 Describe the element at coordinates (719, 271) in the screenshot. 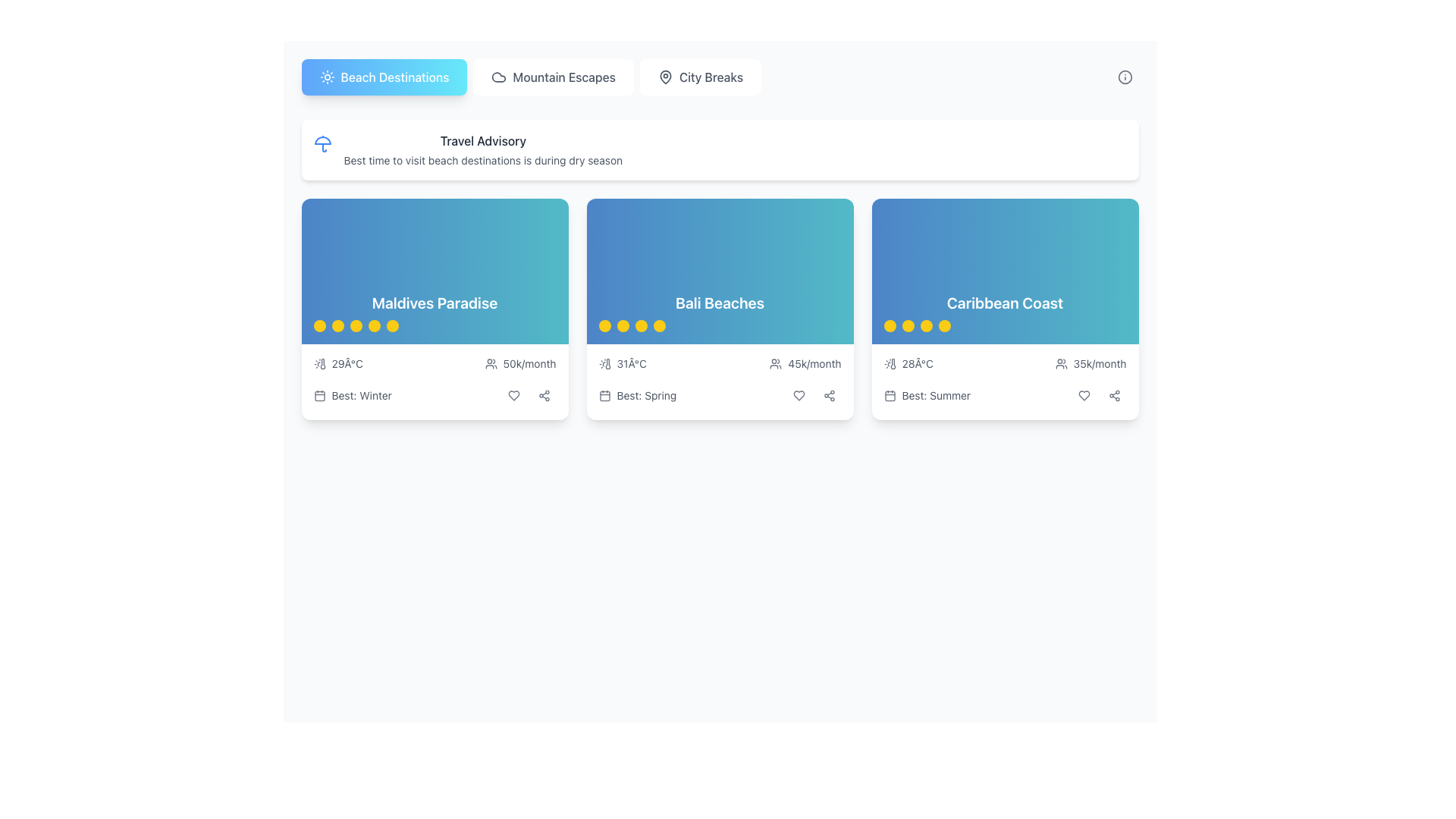

I see `the Bali Beaches destination card, which is the second card in a row of three destination cards, positioned centrally between Maldives Paradise and Caribbean Coast` at that location.